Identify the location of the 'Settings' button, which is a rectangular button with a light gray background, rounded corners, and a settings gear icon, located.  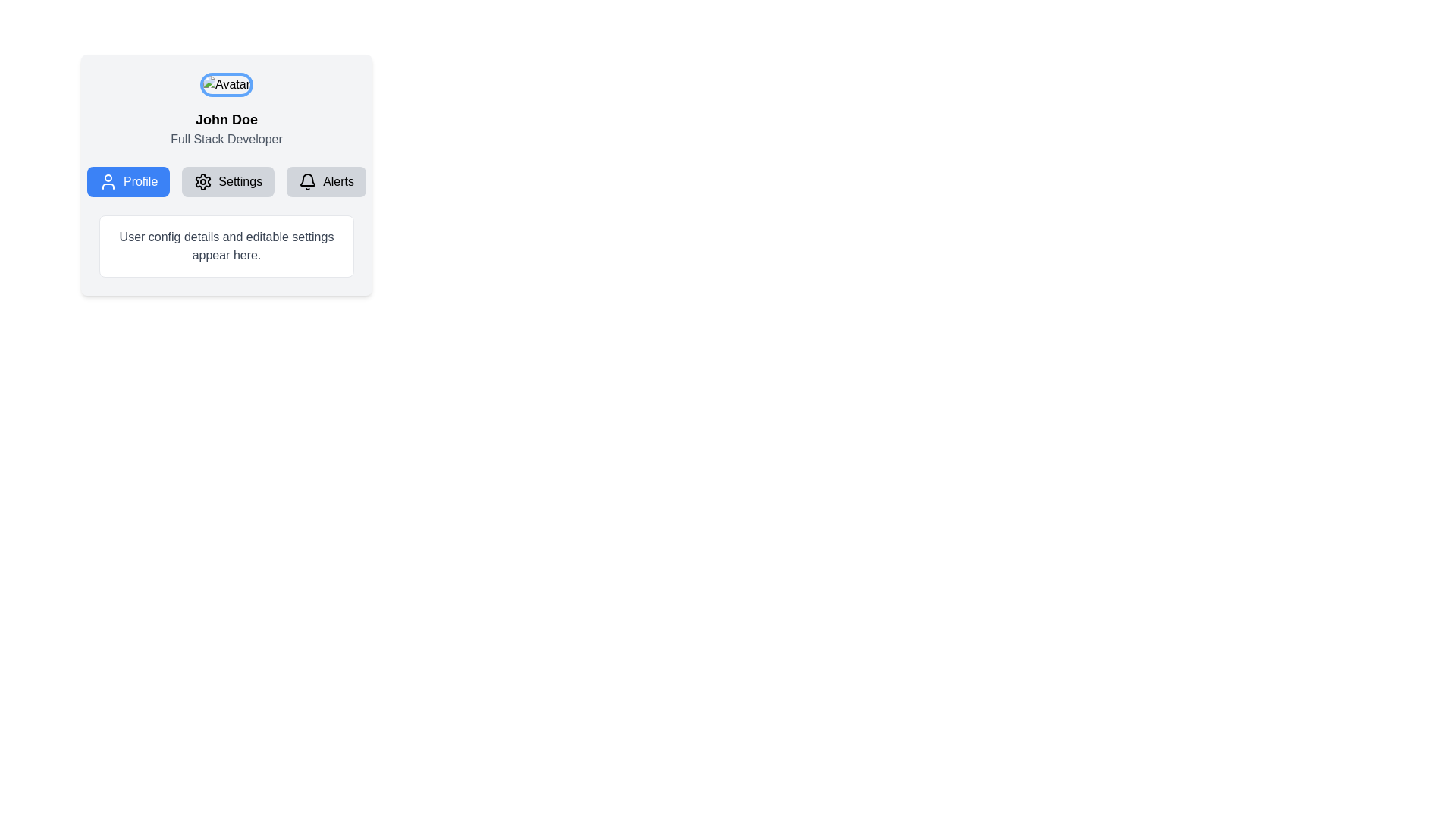
(225, 174).